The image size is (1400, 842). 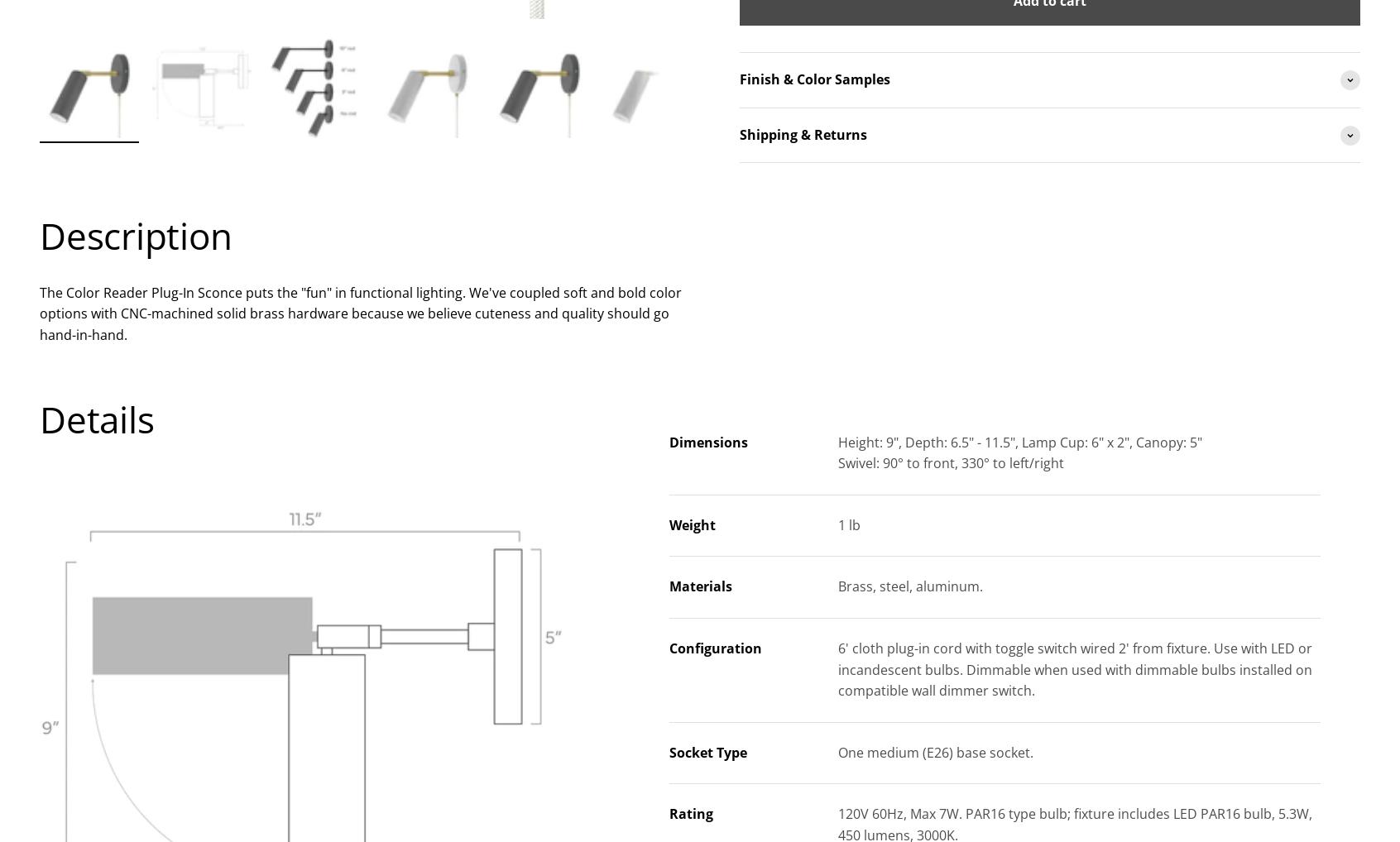 What do you see at coordinates (920, 356) in the screenshot?
I see `'to help with your decision.'` at bounding box center [920, 356].